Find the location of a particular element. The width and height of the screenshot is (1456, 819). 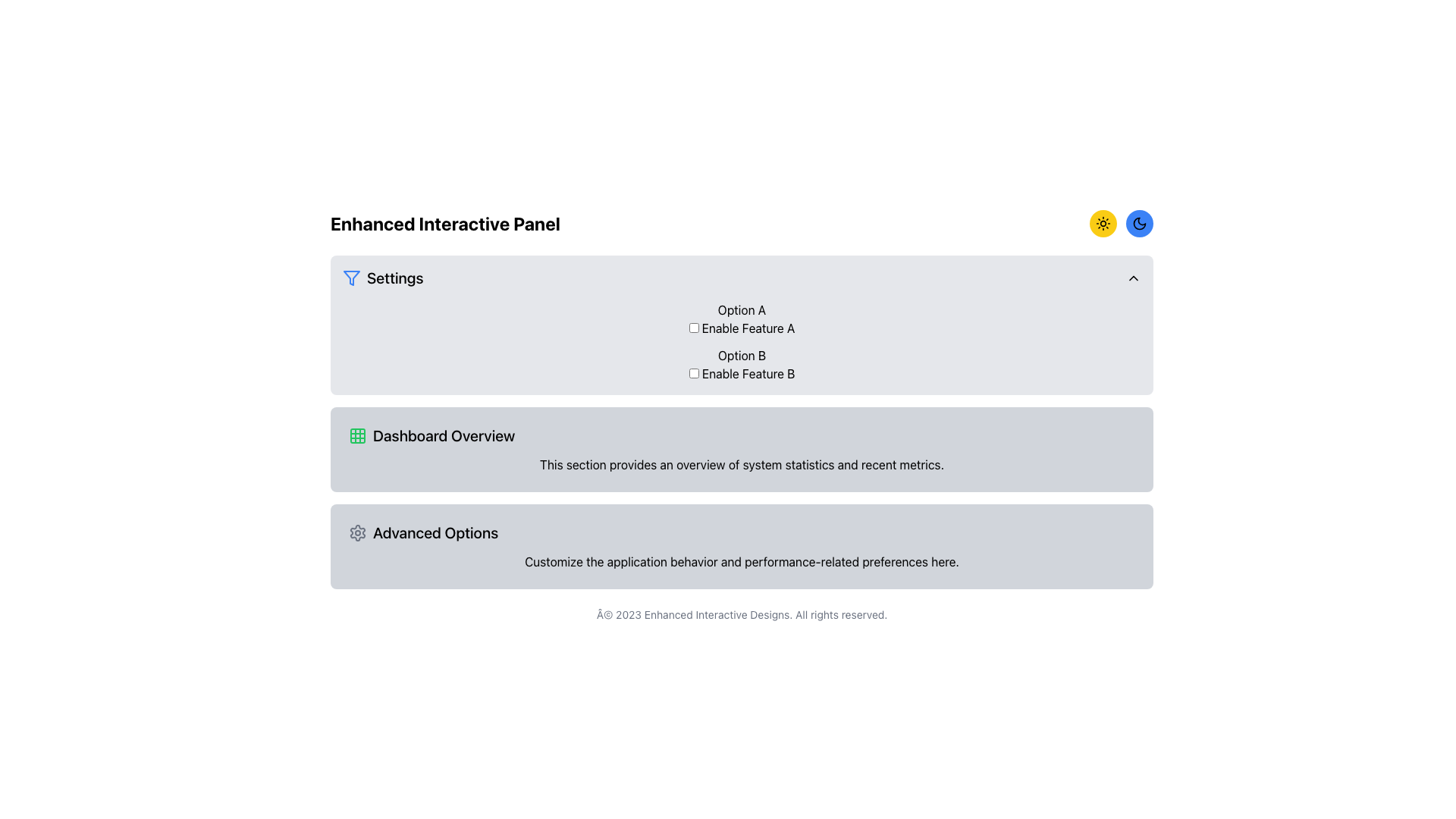

the advanced settings icon located to the left of the 'Advanced Options' text in the third row of the settings list under the 'Dashboard Overview' section is located at coordinates (356, 532).